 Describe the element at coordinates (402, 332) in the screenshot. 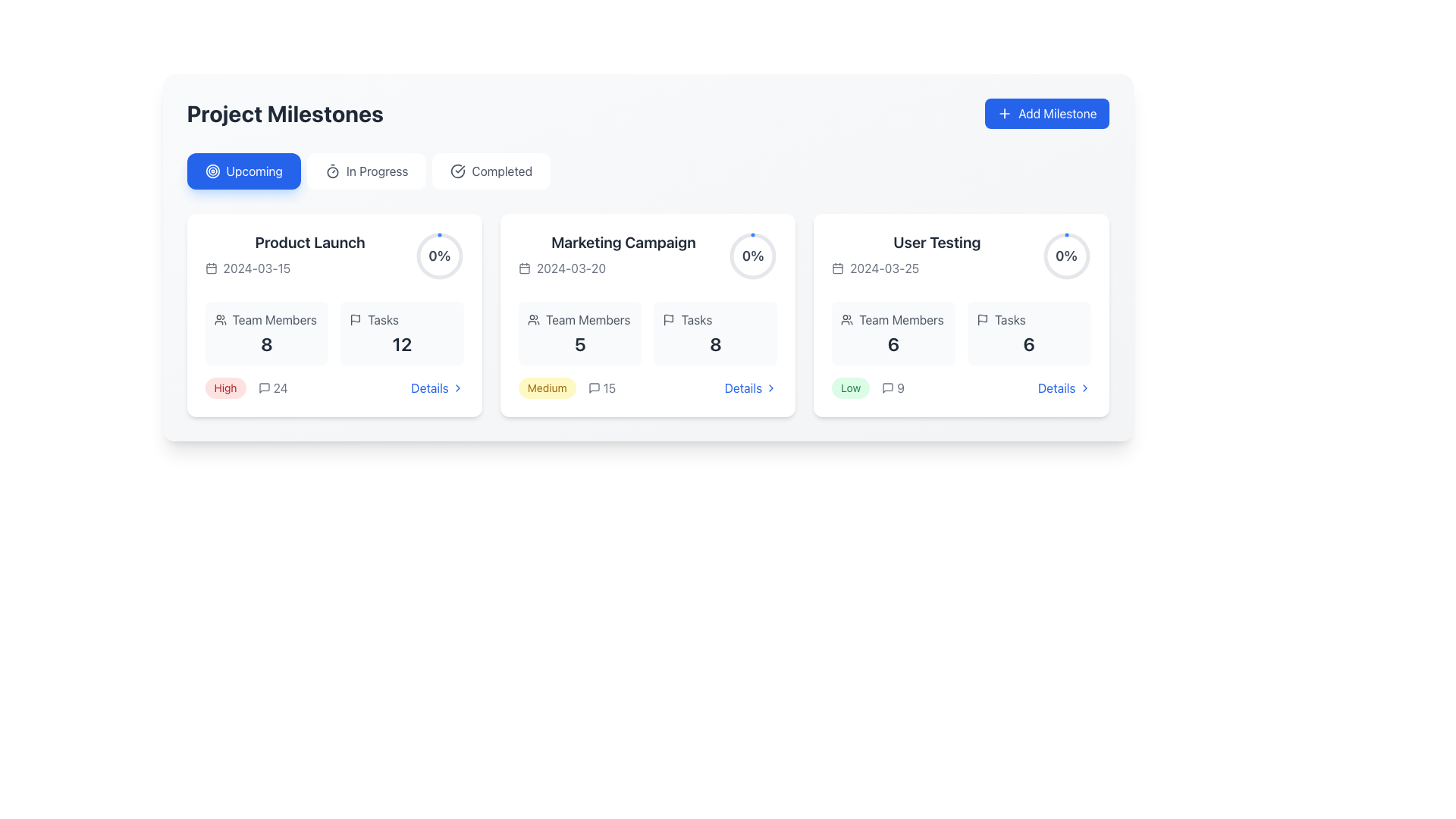

I see `the informational display panel showing the label 'Tasks' and the count '12', located in the right grid cell of the 'Project Launch' section` at that location.